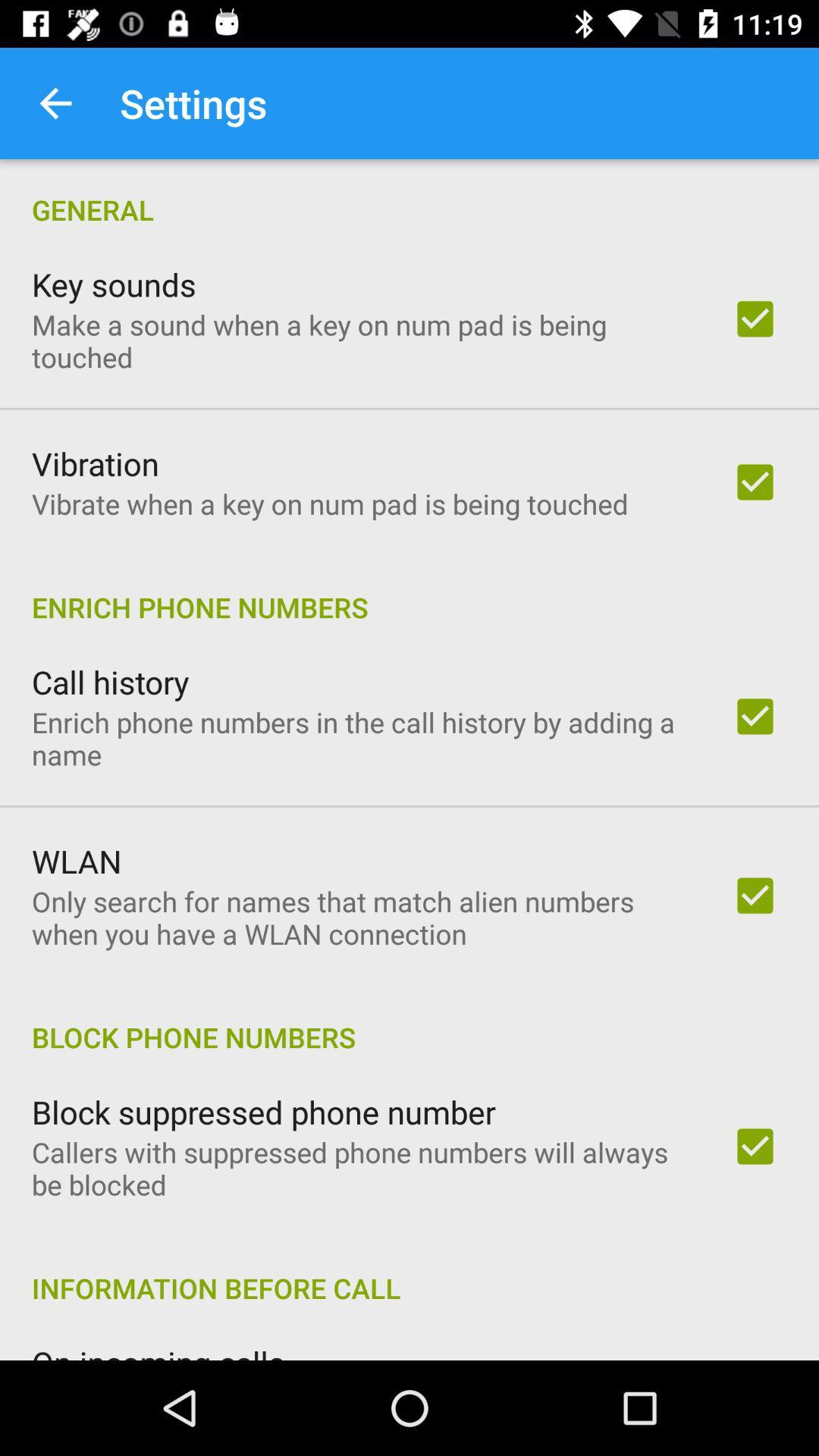  I want to click on the on incoming calls, so click(158, 1351).